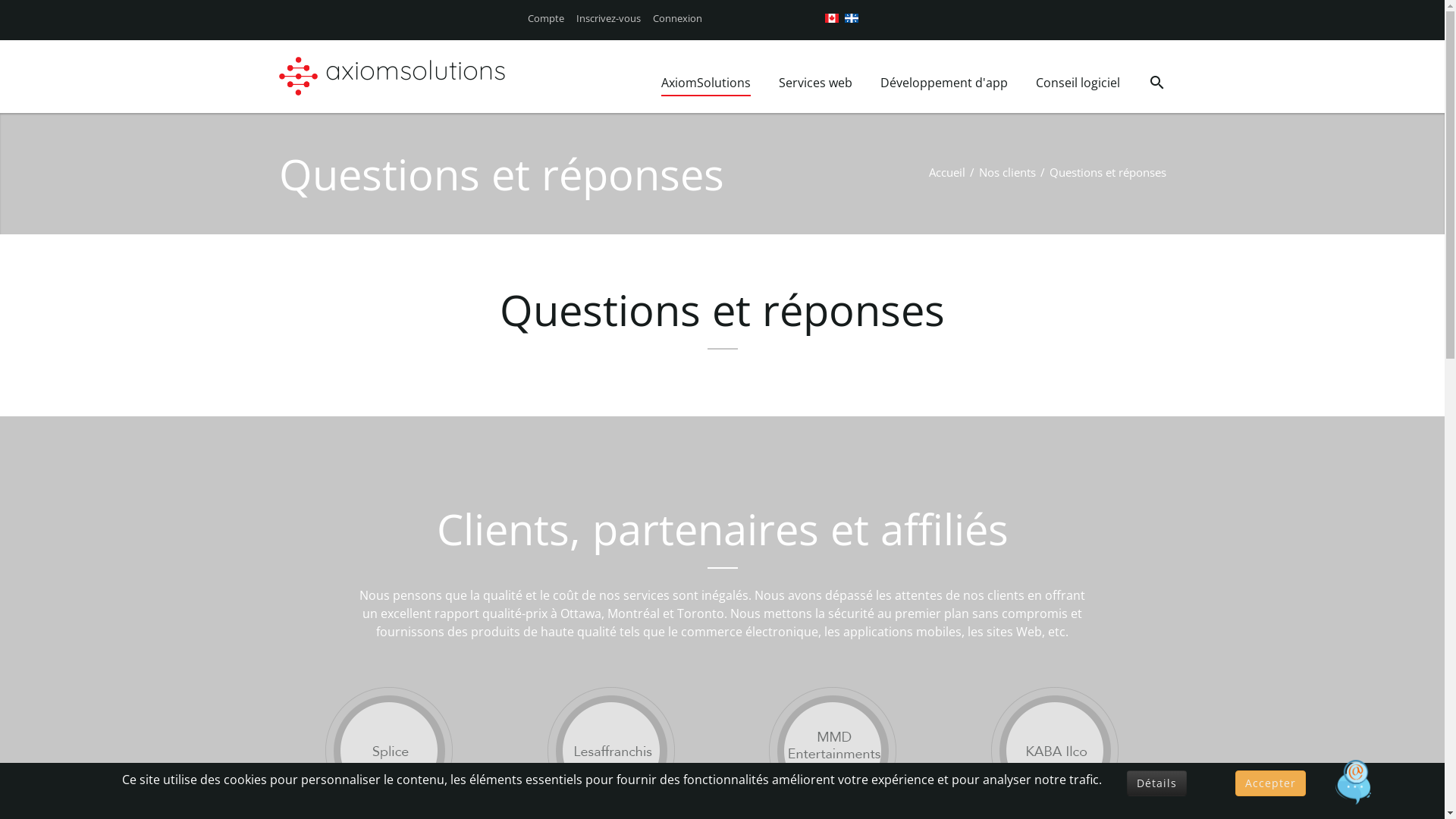 Image resolution: width=1456 pixels, height=819 pixels. What do you see at coordinates (814, 84) in the screenshot?
I see `'Services web'` at bounding box center [814, 84].